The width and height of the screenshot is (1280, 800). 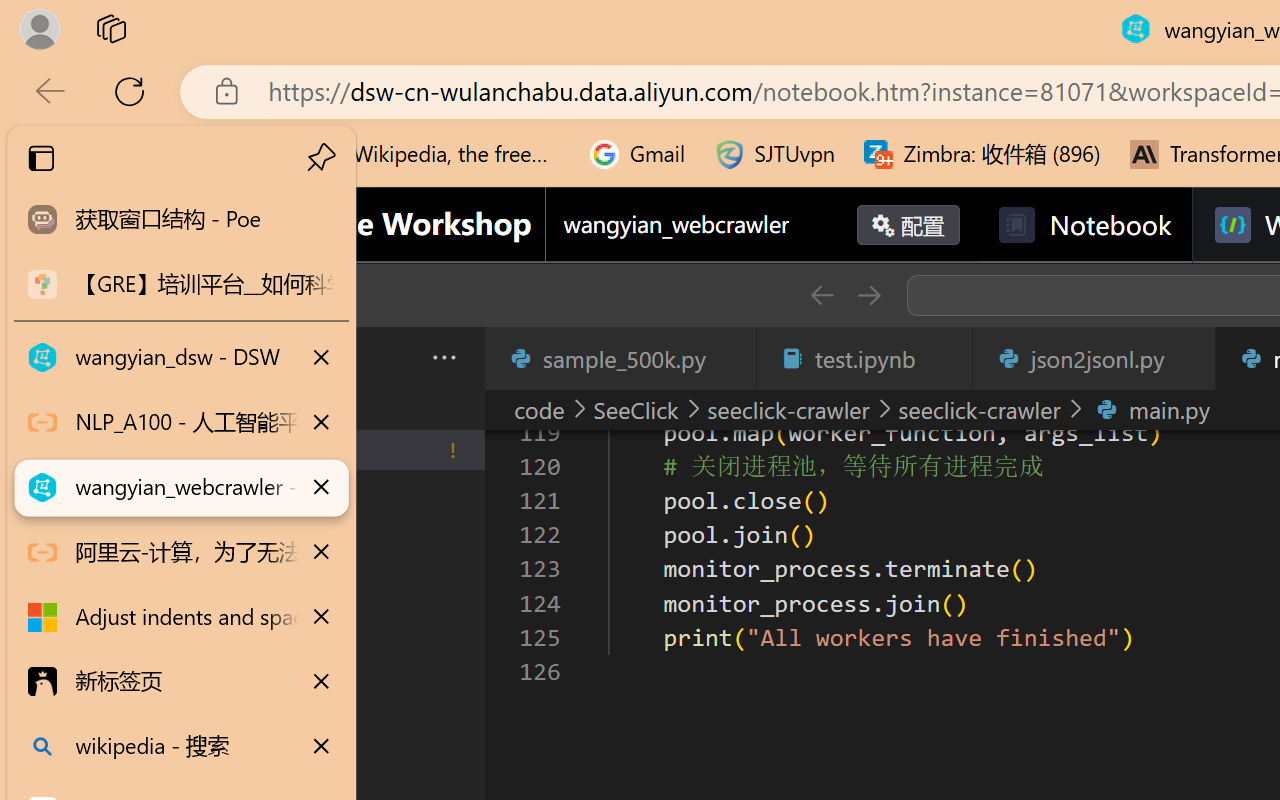 I want to click on 'Notebook', so click(x=1083, y=225).